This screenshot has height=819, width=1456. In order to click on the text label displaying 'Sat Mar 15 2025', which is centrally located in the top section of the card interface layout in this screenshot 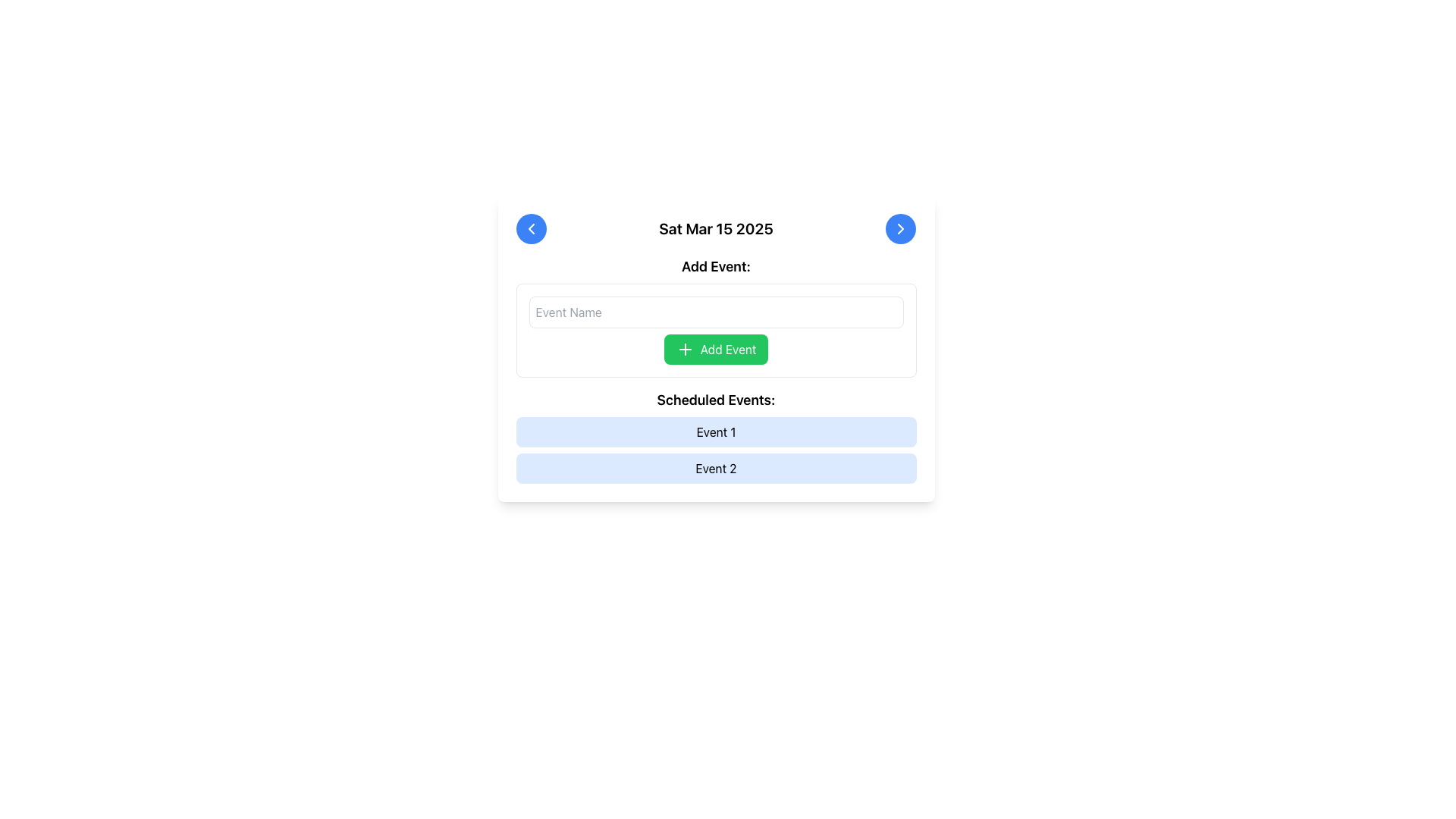, I will do `click(715, 228)`.